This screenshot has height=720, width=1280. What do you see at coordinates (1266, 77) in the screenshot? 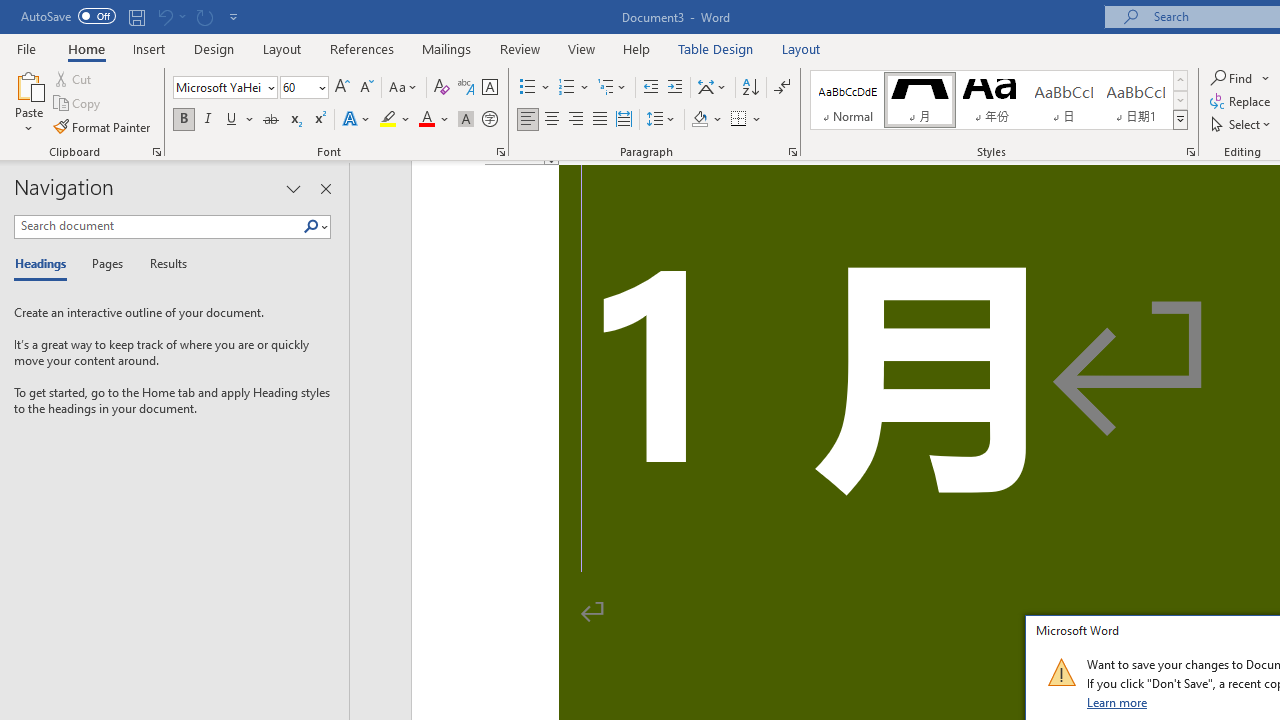
I see `'More Options'` at bounding box center [1266, 77].